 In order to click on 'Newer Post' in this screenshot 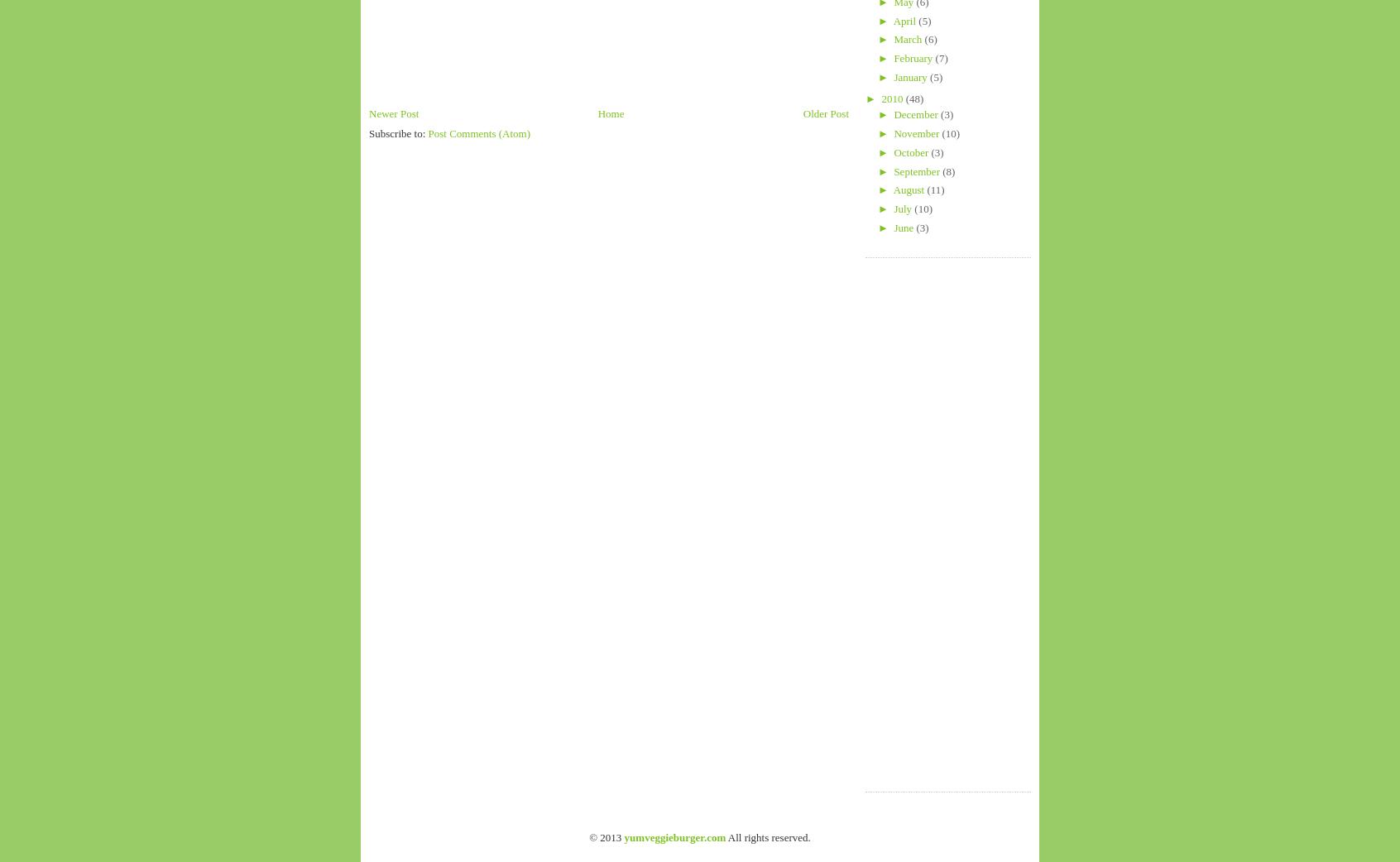, I will do `click(392, 113)`.